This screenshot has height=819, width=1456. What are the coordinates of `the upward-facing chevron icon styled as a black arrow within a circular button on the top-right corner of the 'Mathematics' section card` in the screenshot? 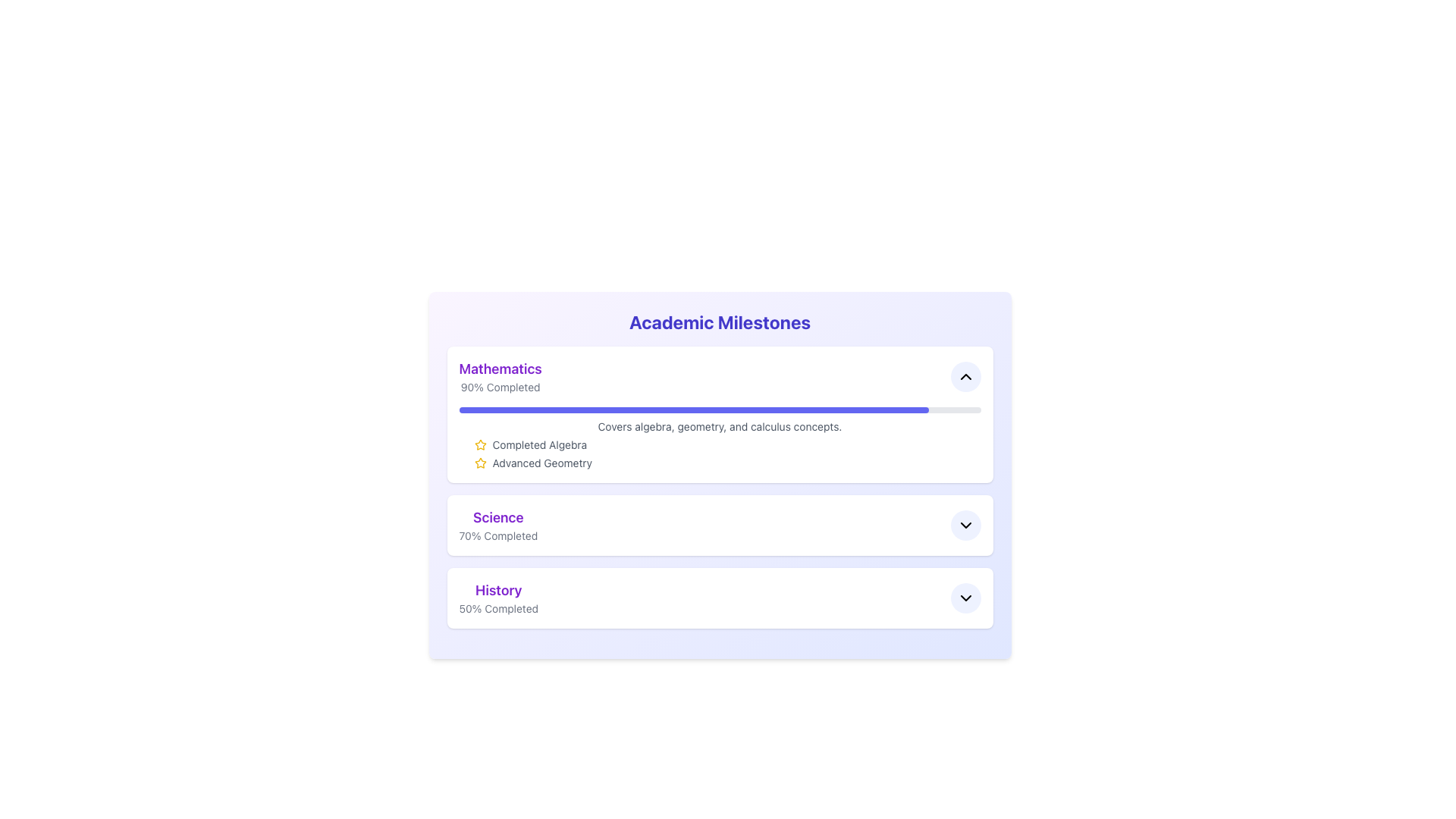 It's located at (965, 376).